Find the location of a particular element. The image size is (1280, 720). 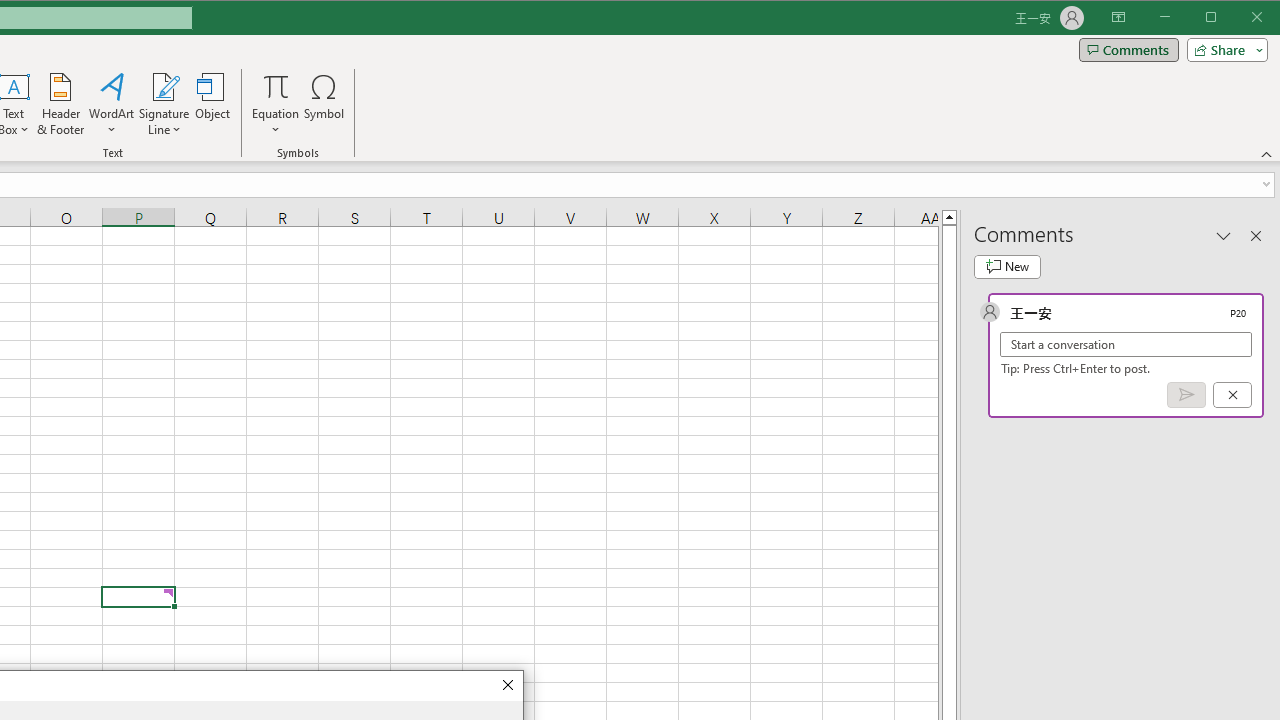

'Header & Footer...' is located at coordinates (60, 104).